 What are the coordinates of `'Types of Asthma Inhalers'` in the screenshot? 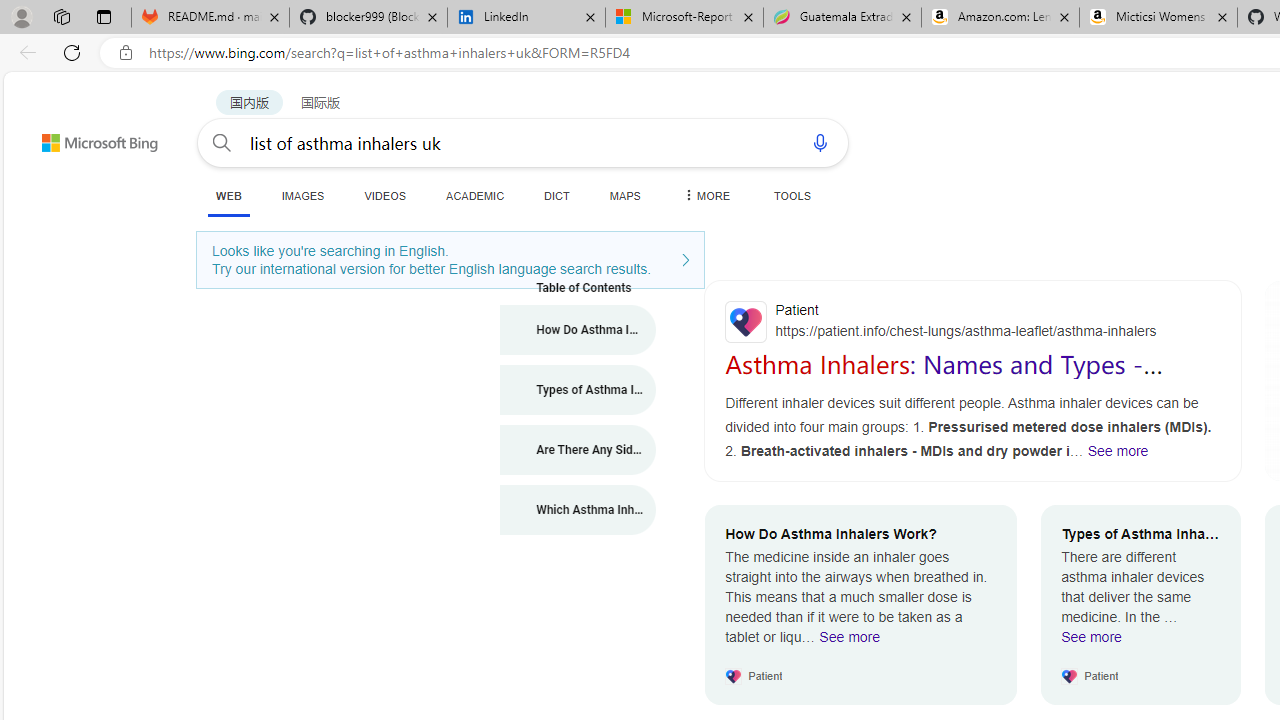 It's located at (577, 389).